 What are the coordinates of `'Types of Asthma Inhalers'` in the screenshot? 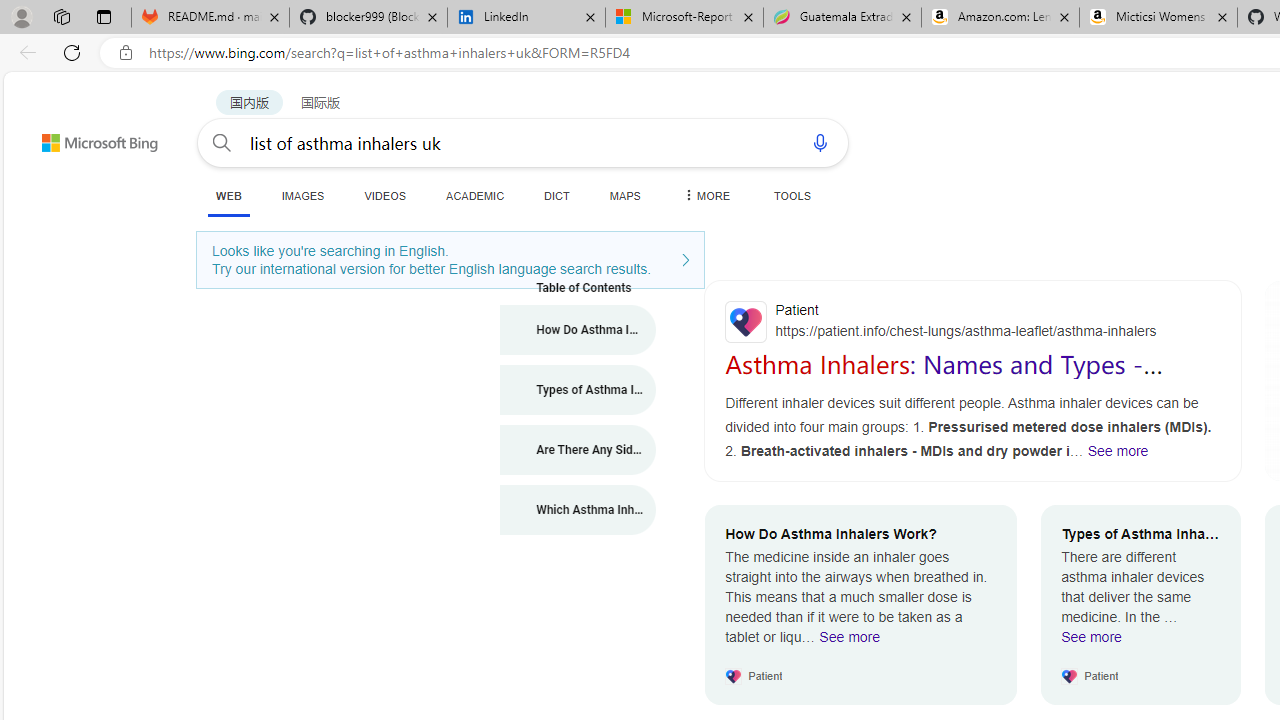 It's located at (577, 389).